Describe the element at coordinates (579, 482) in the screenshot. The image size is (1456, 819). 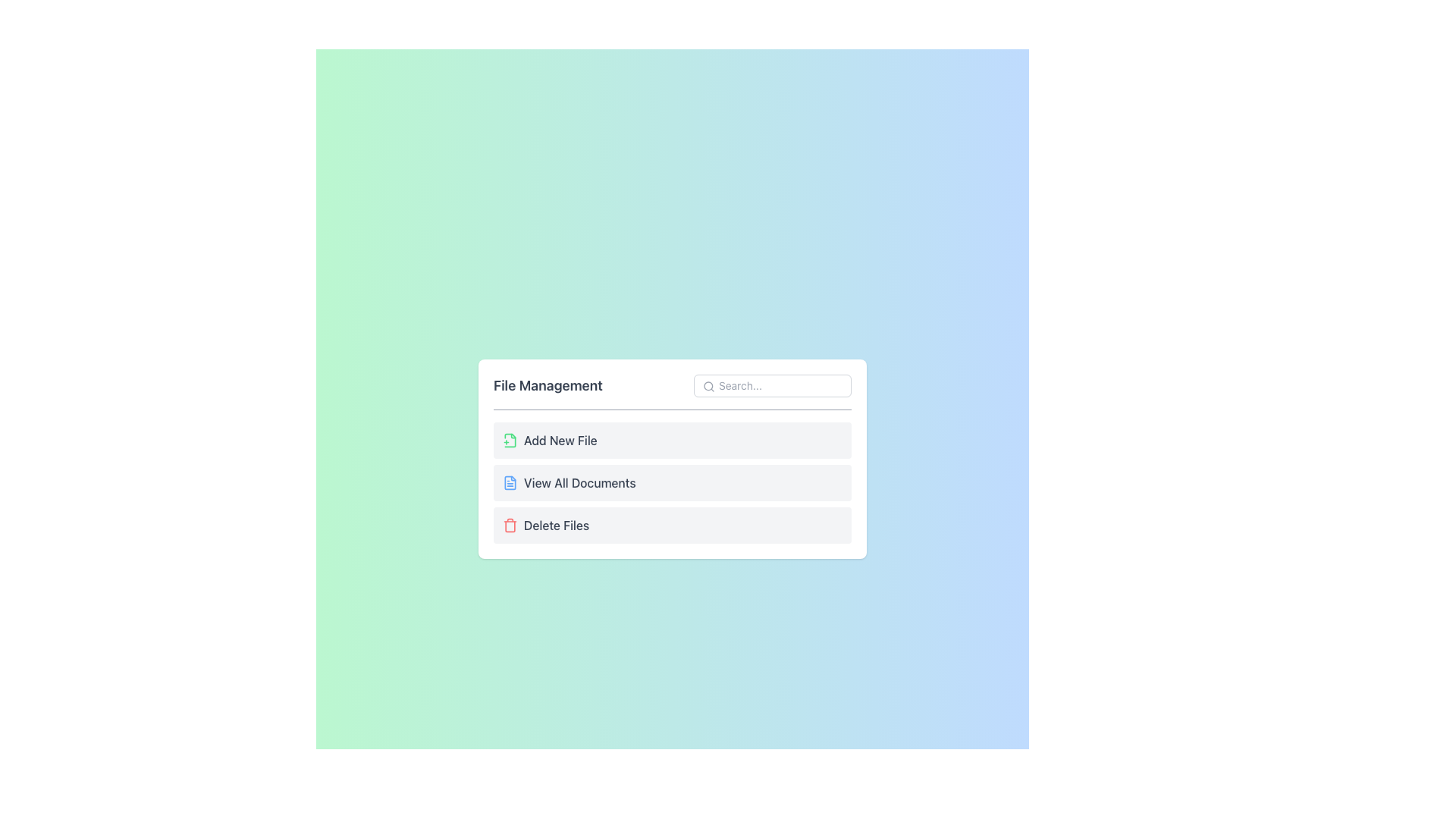
I see `the 'View All Documents' text label, which is styled in medium gray with a serif typeface and is positioned within the 'File Management' section, between 'Add New File' and 'Delete Files'` at that location.